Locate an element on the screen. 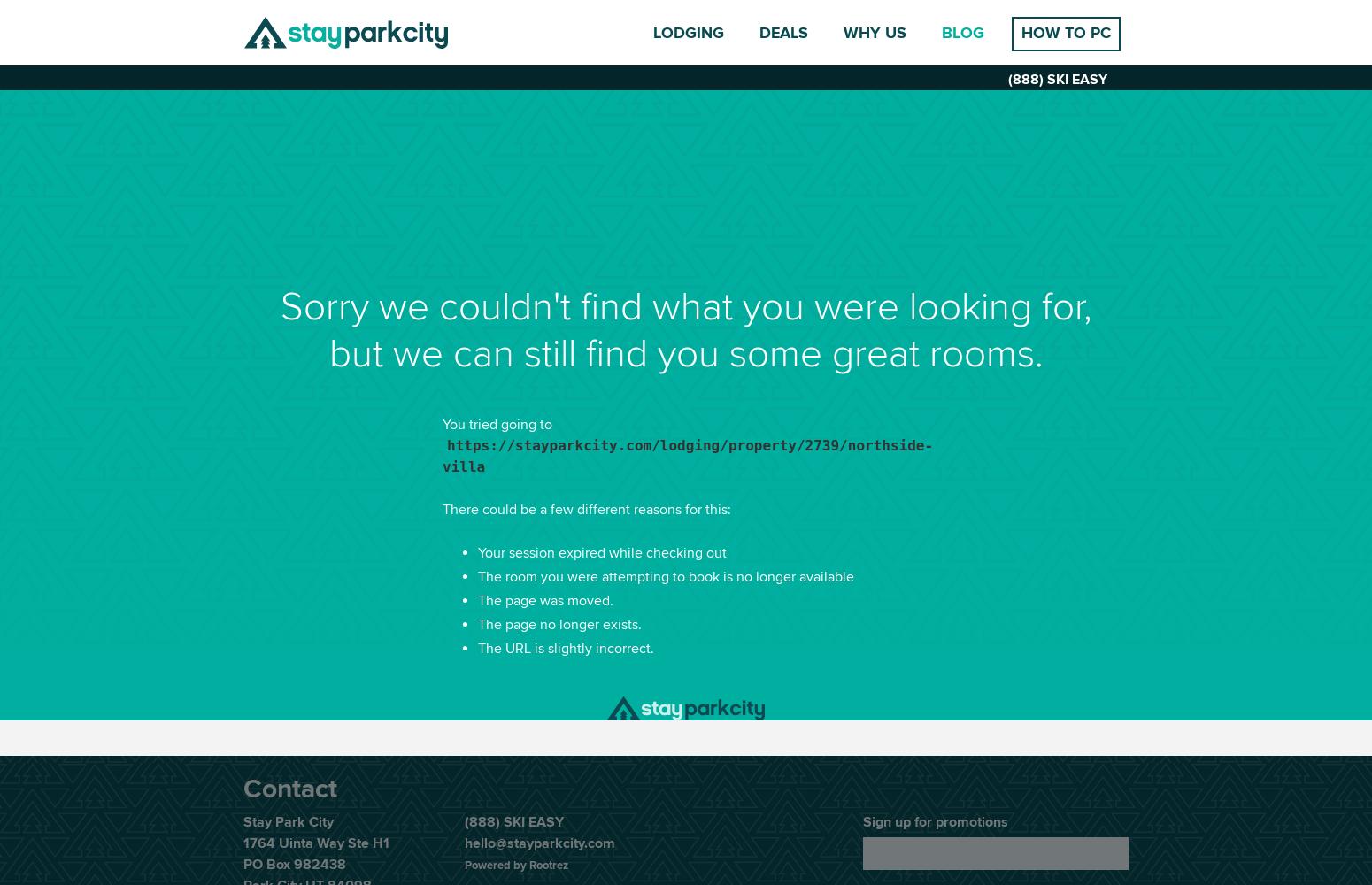 The image size is (1372, 885). '1764 Uinta Way Ste H1' is located at coordinates (315, 843).